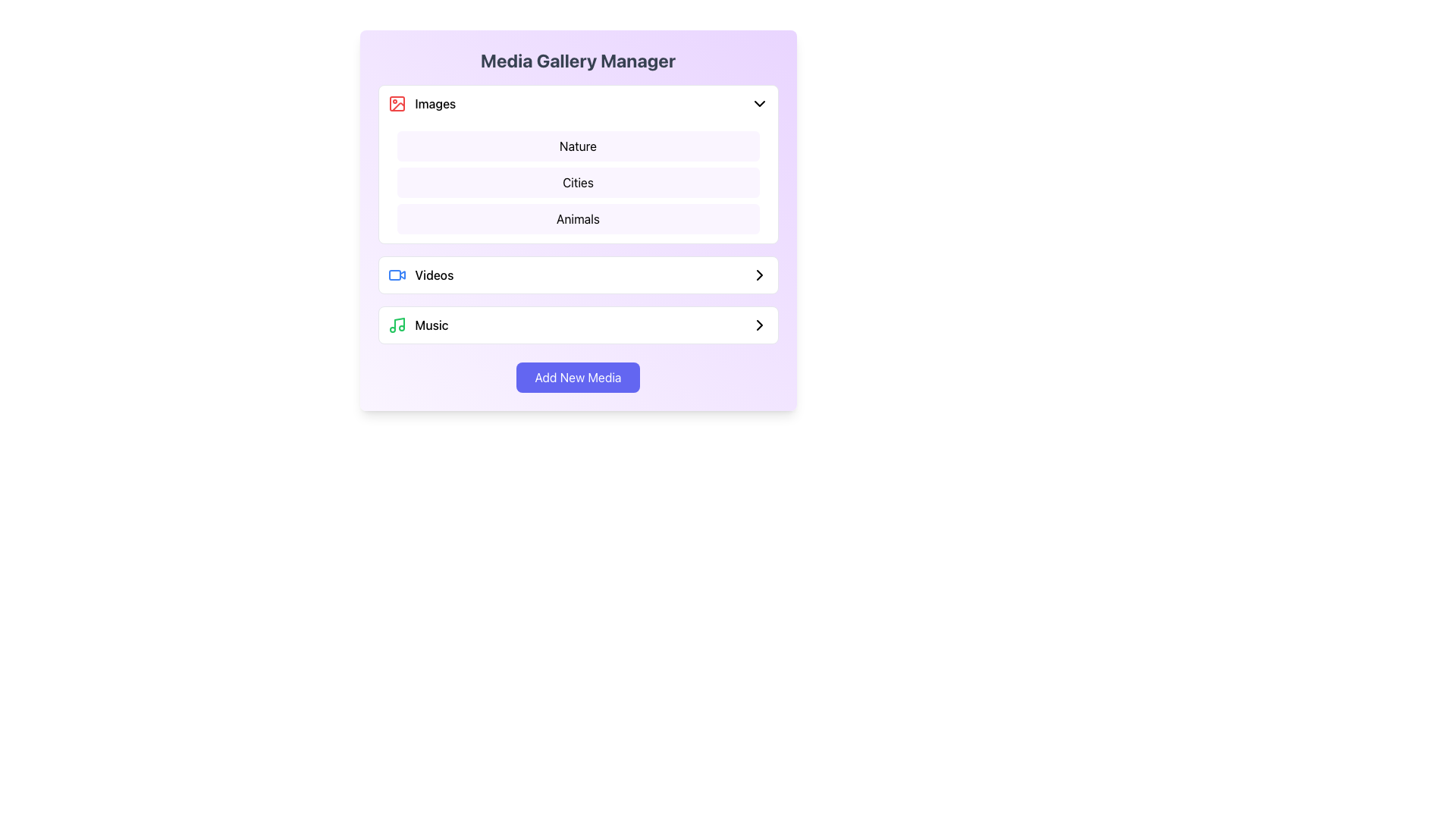  Describe the element at coordinates (422, 103) in the screenshot. I see `to select the 'Images' category label with an icon, which is the first selectable option for managing or viewing images in the gallery` at that location.